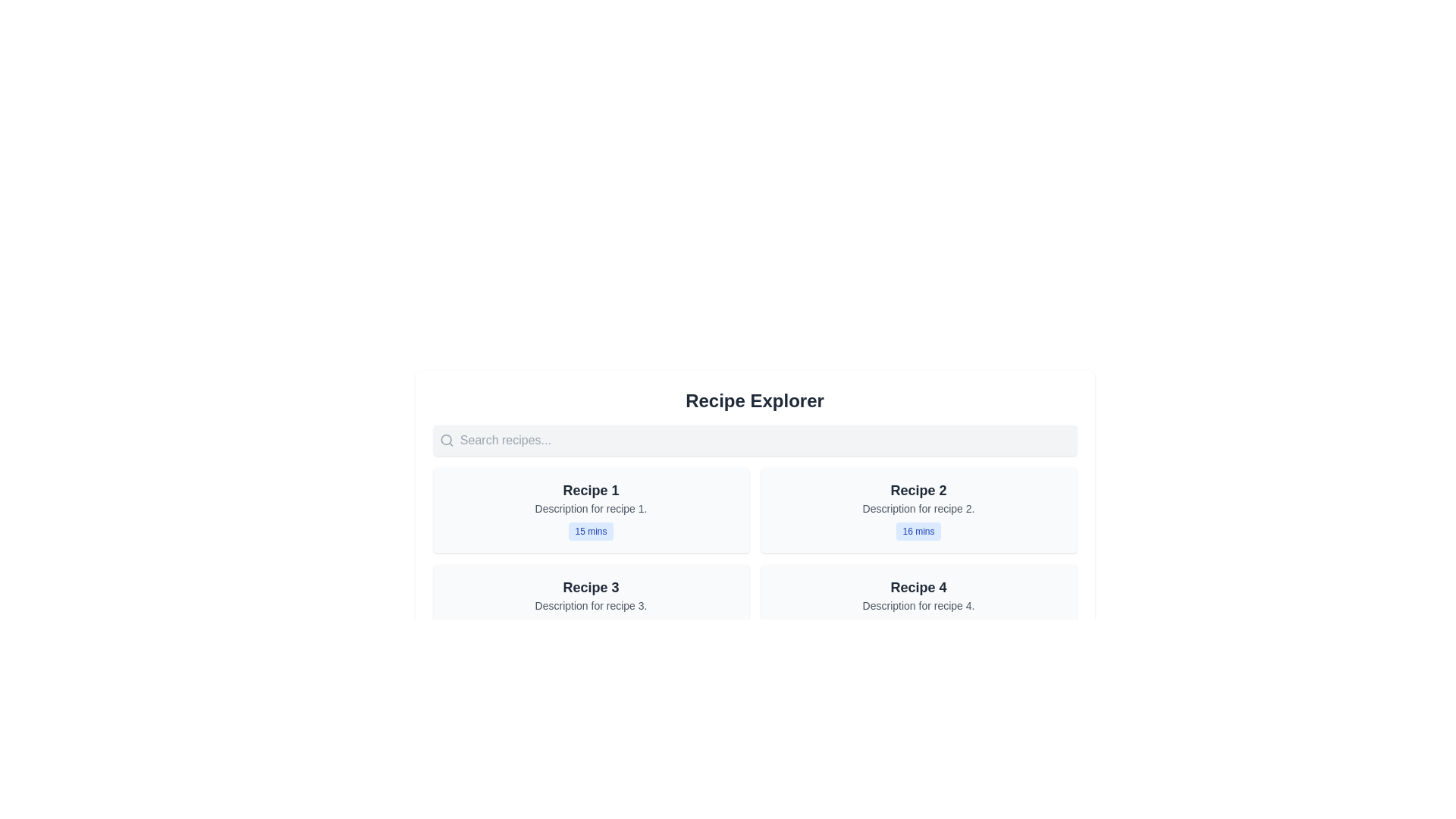 The height and width of the screenshot is (819, 1456). What do you see at coordinates (918, 510) in the screenshot?
I see `details about the recipe by reading the information card titled 'Recipe 2', which is a light gray rectangular card with rounded corners located in the top row and right column of the recipe cards layout` at bounding box center [918, 510].